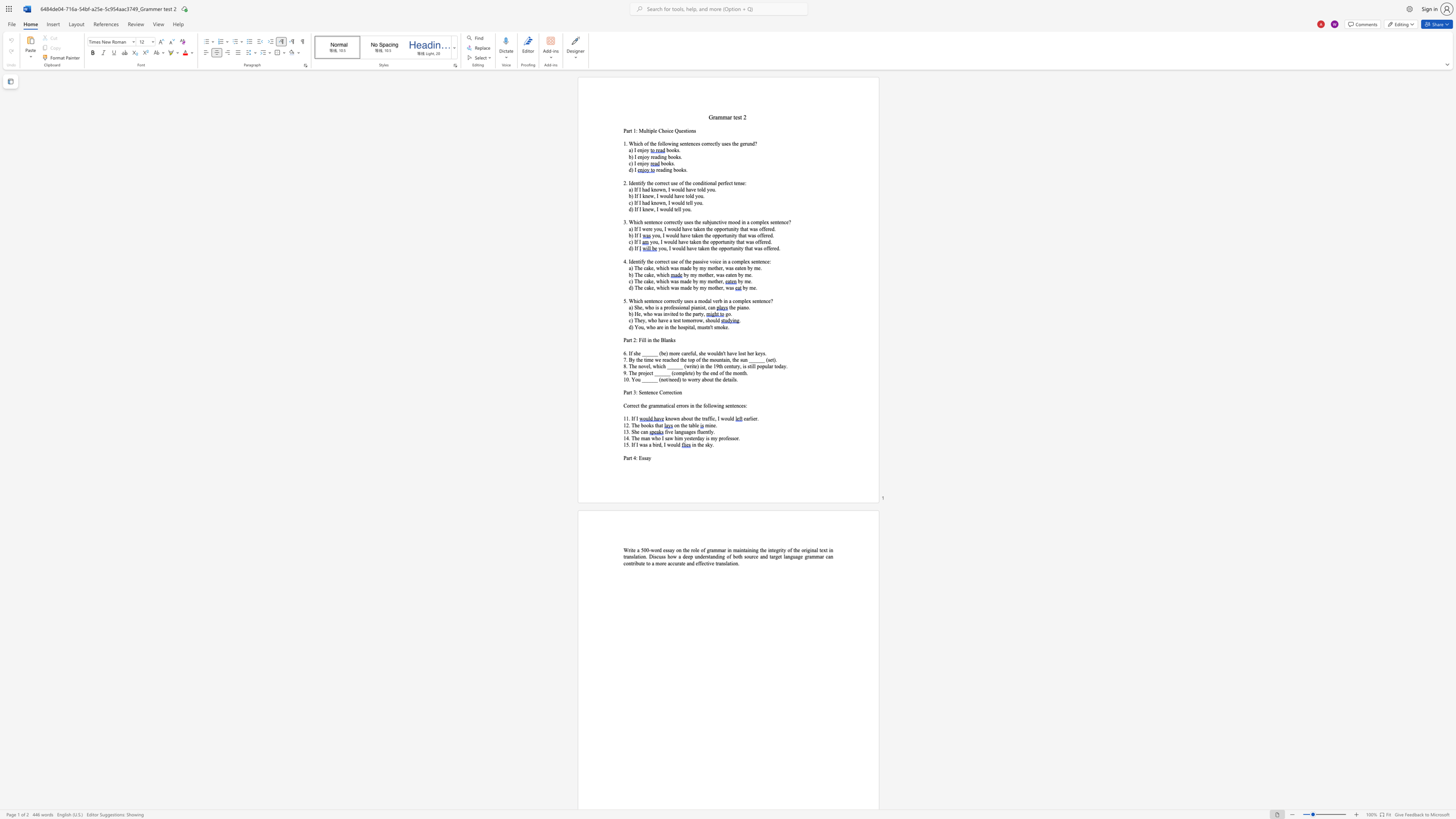 This screenshot has height=819, width=1456. What do you see at coordinates (714, 287) in the screenshot?
I see `the subset text "ther," within the text "d) The cake, which was made by my mother, was"` at bounding box center [714, 287].